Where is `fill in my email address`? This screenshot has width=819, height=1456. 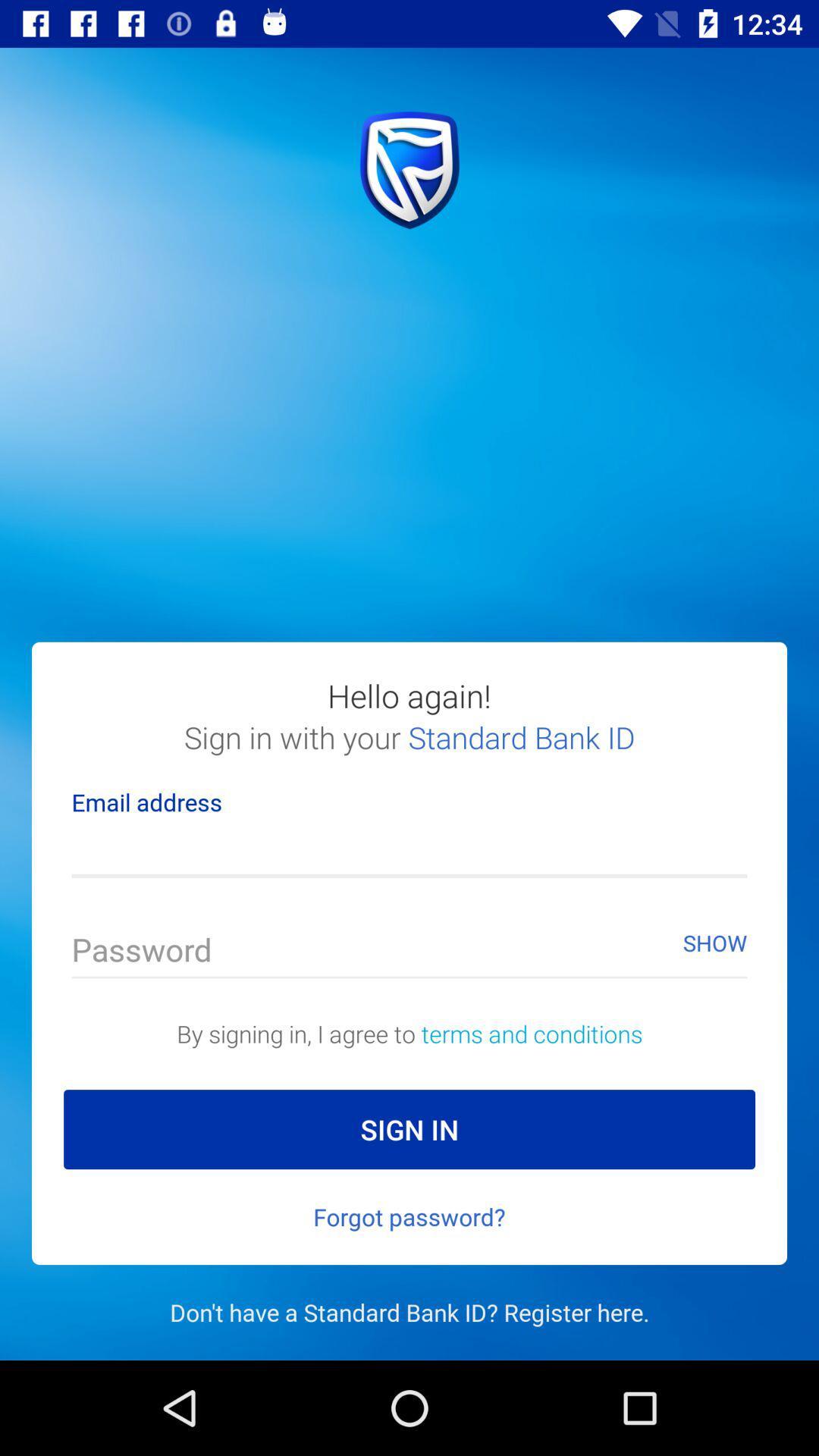
fill in my email address is located at coordinates (409, 851).